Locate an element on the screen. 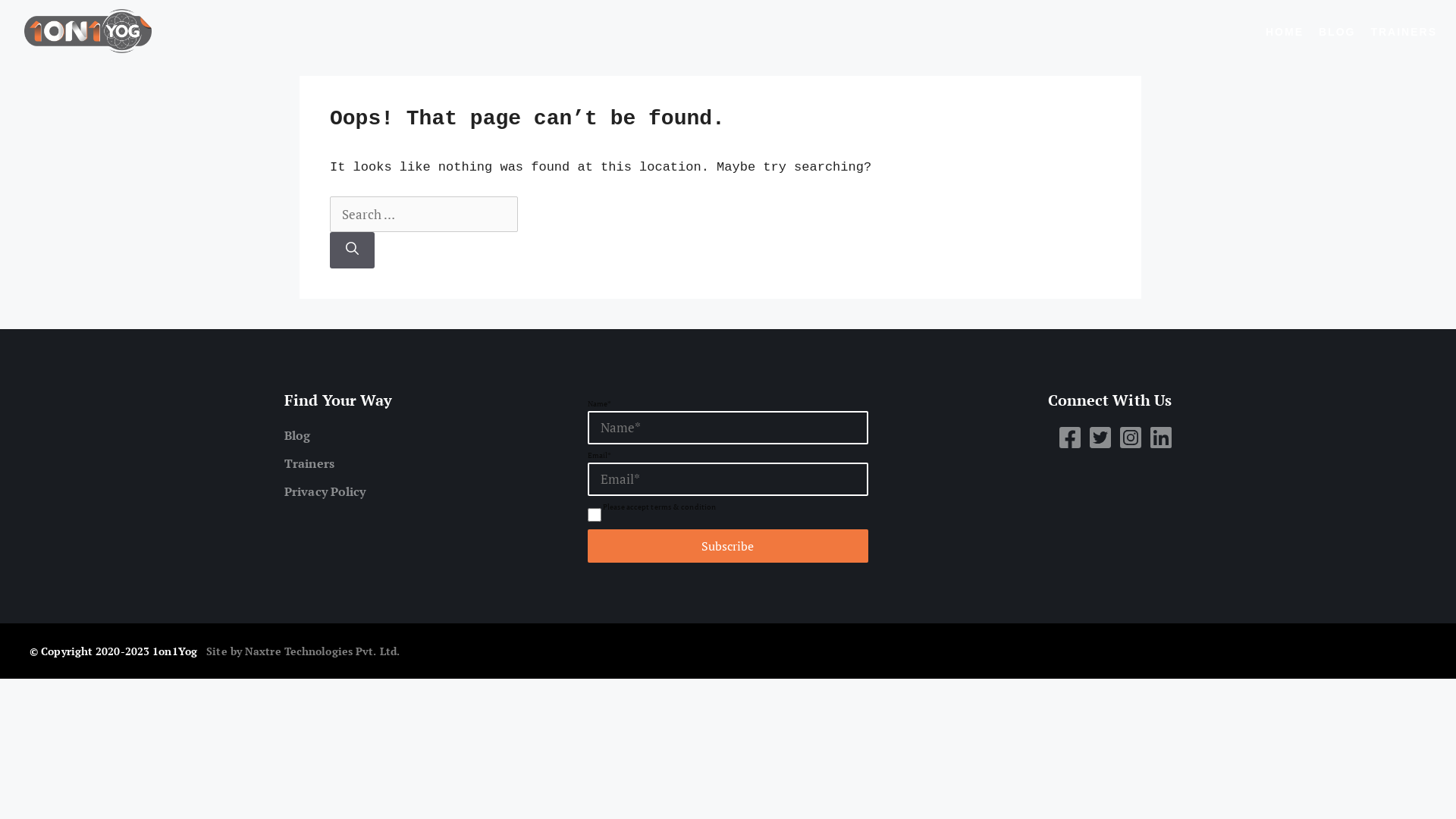  'TRAINERS' is located at coordinates (1403, 32).